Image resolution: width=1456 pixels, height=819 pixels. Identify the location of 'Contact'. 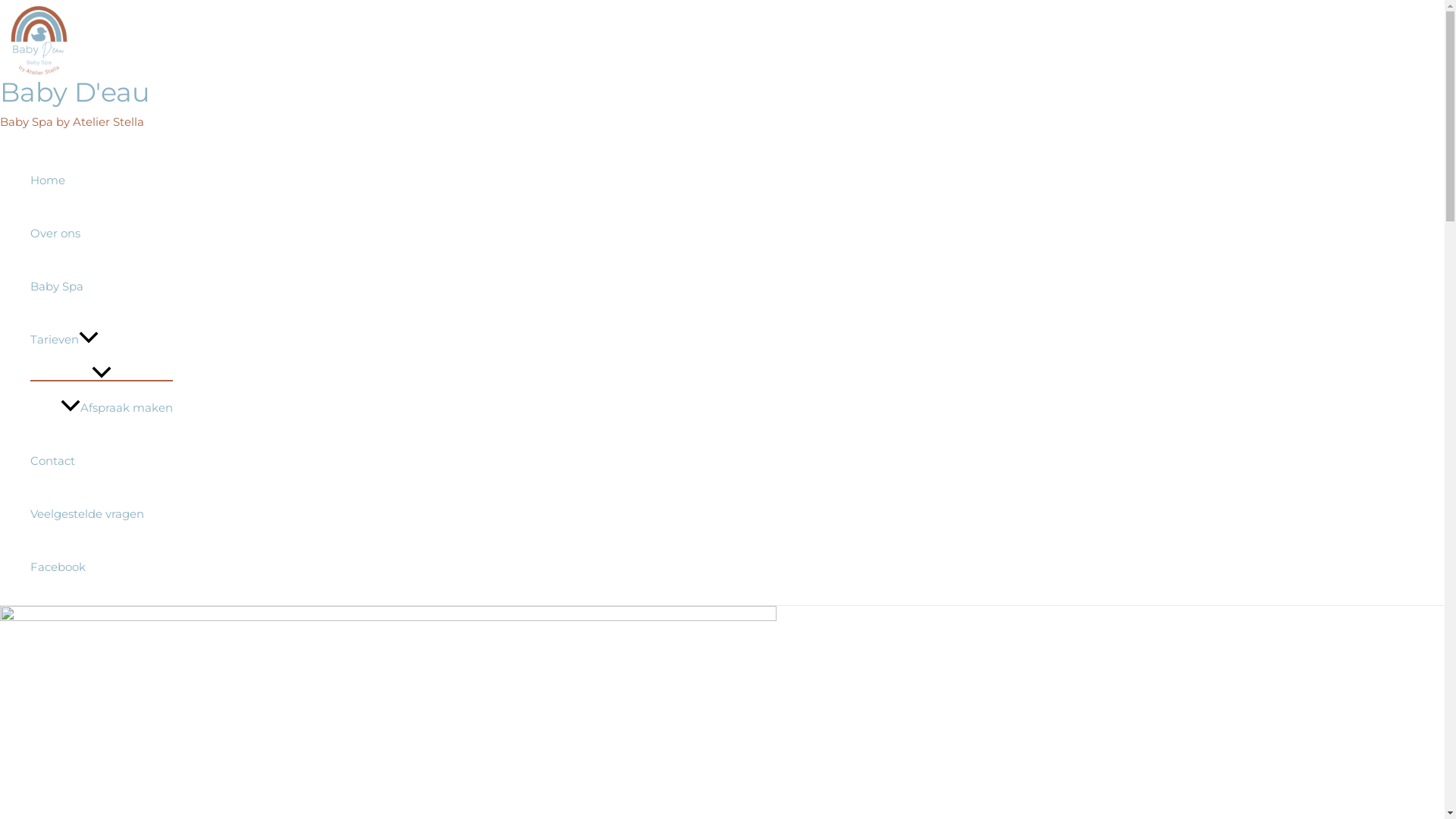
(101, 460).